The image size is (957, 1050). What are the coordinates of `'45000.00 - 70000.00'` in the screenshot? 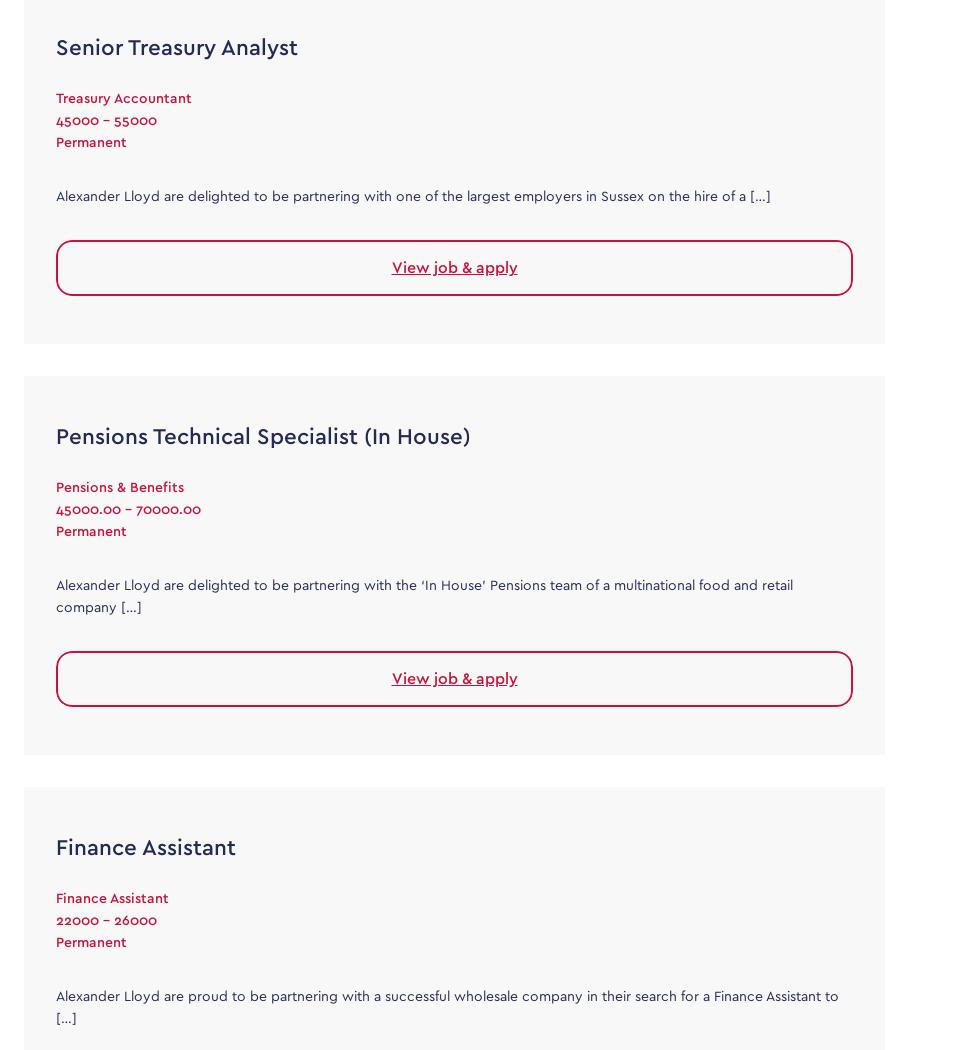 It's located at (128, 508).